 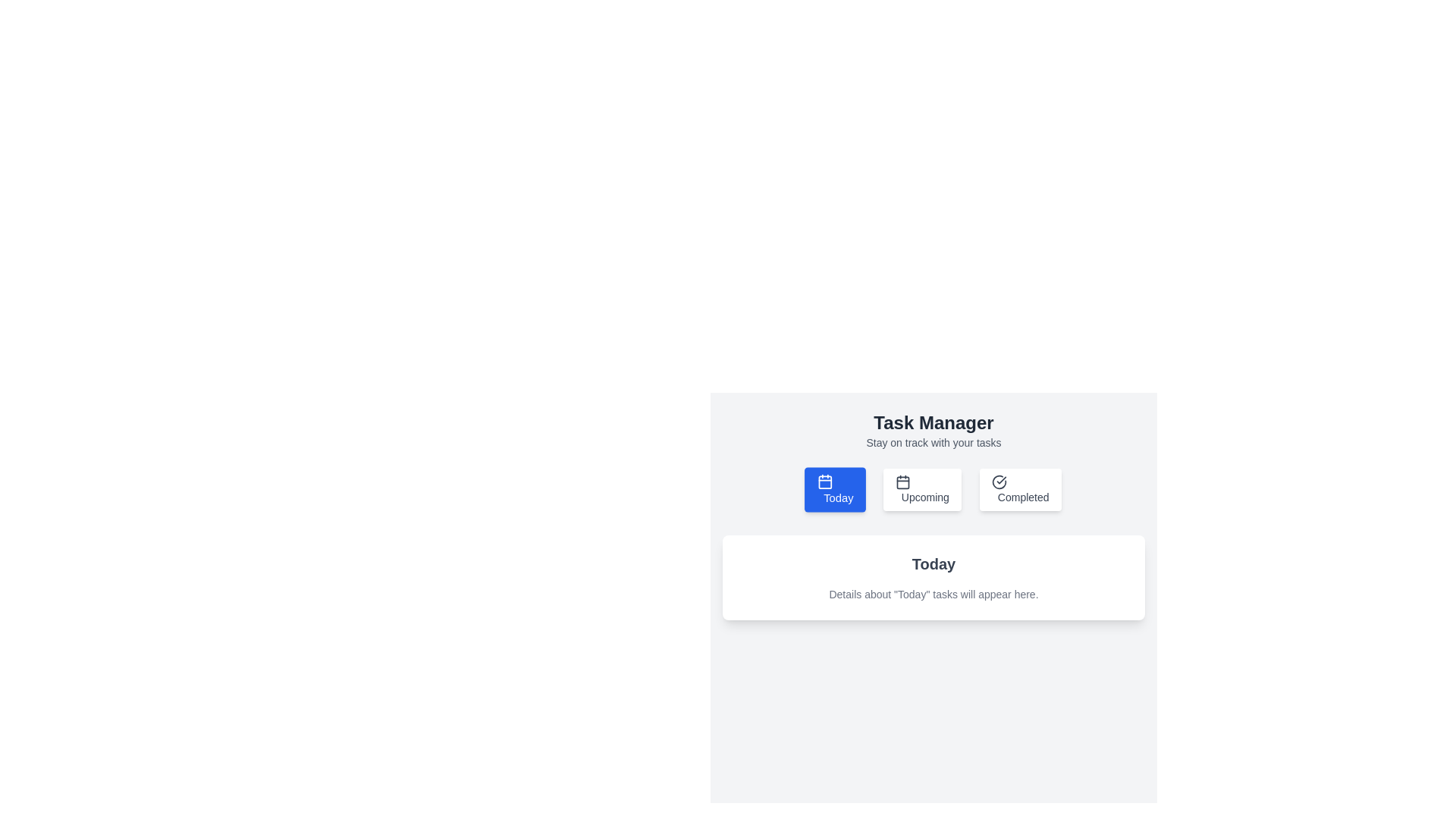 I want to click on the graphical rectangle within the calendar icon, so click(x=902, y=482).